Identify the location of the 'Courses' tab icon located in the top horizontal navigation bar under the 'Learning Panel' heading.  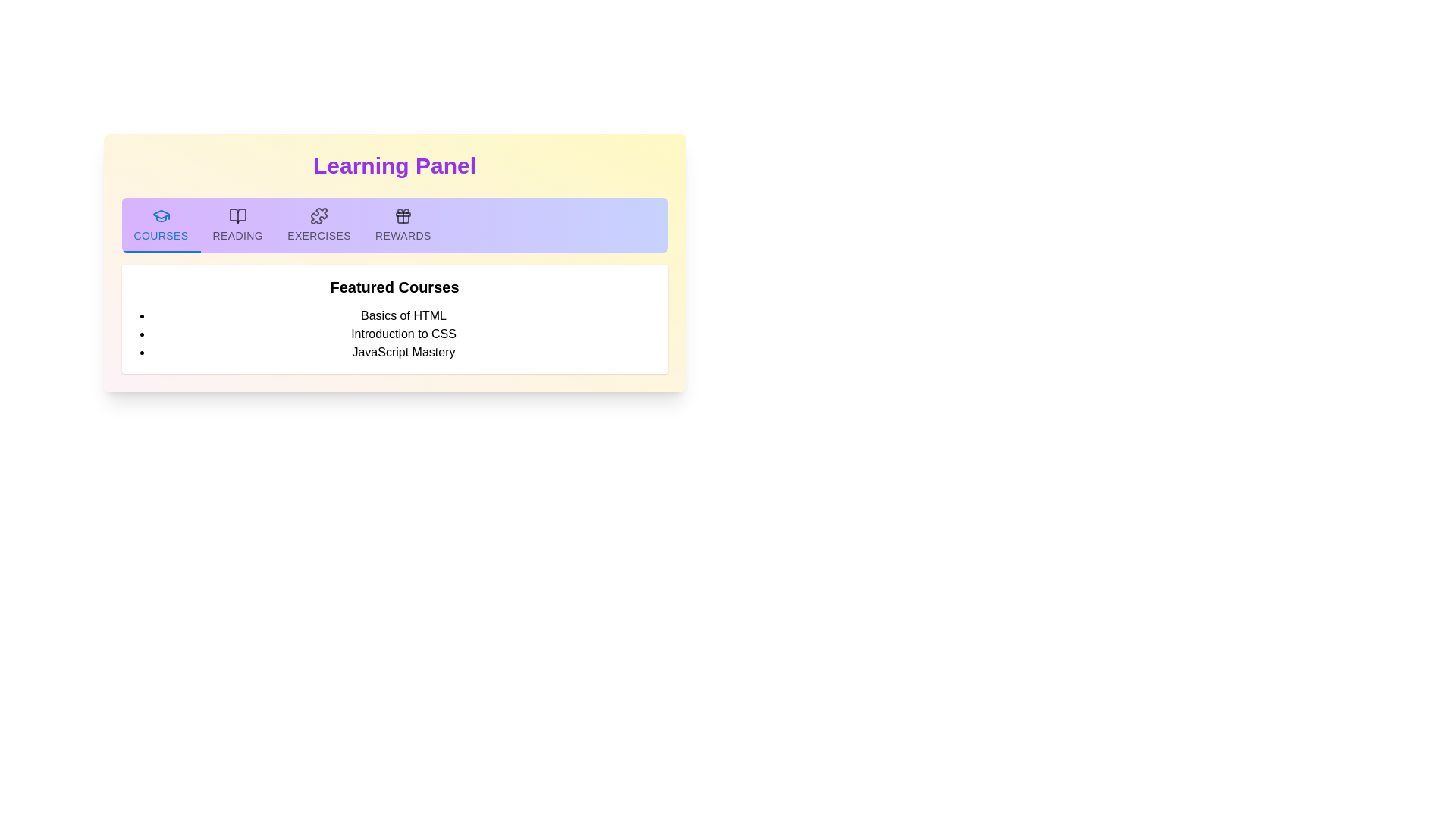
(160, 214).